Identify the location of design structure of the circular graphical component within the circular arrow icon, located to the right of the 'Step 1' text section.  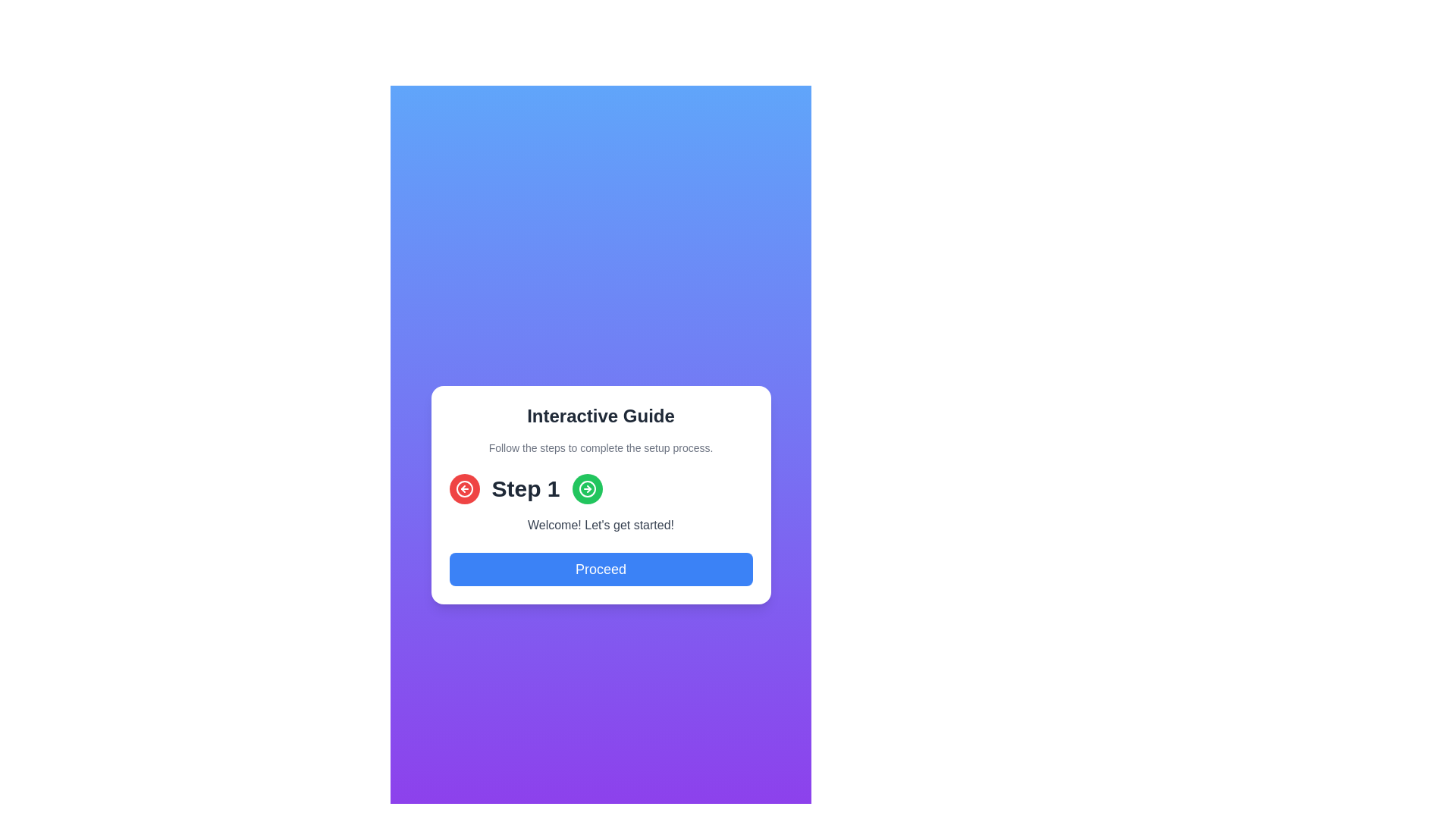
(586, 488).